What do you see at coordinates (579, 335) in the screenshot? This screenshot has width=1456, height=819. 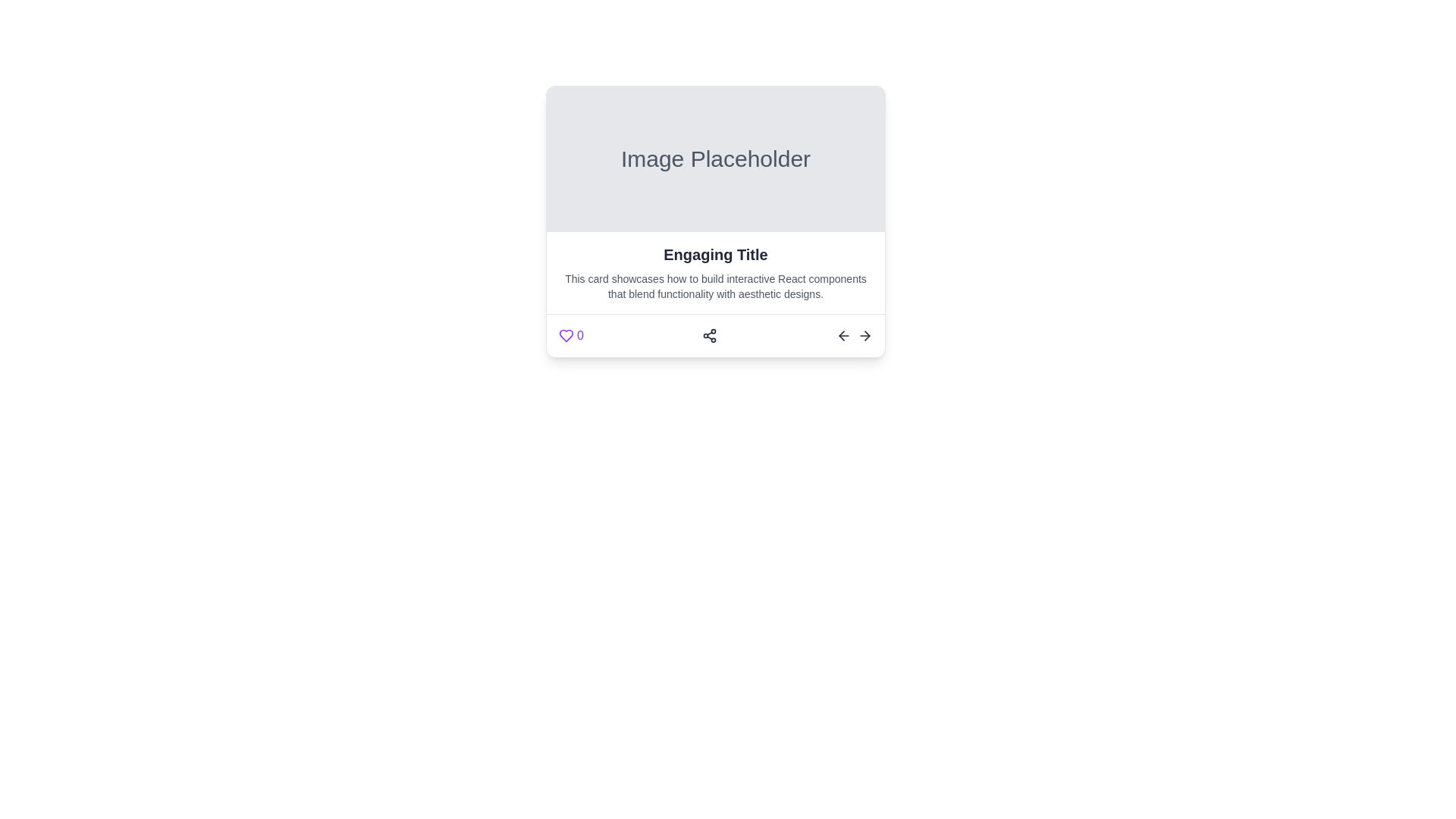 I see `the small numerical text '0' displayed in purple color, located adjacent to a heart icon in the bottom-left corner of the card layout` at bounding box center [579, 335].